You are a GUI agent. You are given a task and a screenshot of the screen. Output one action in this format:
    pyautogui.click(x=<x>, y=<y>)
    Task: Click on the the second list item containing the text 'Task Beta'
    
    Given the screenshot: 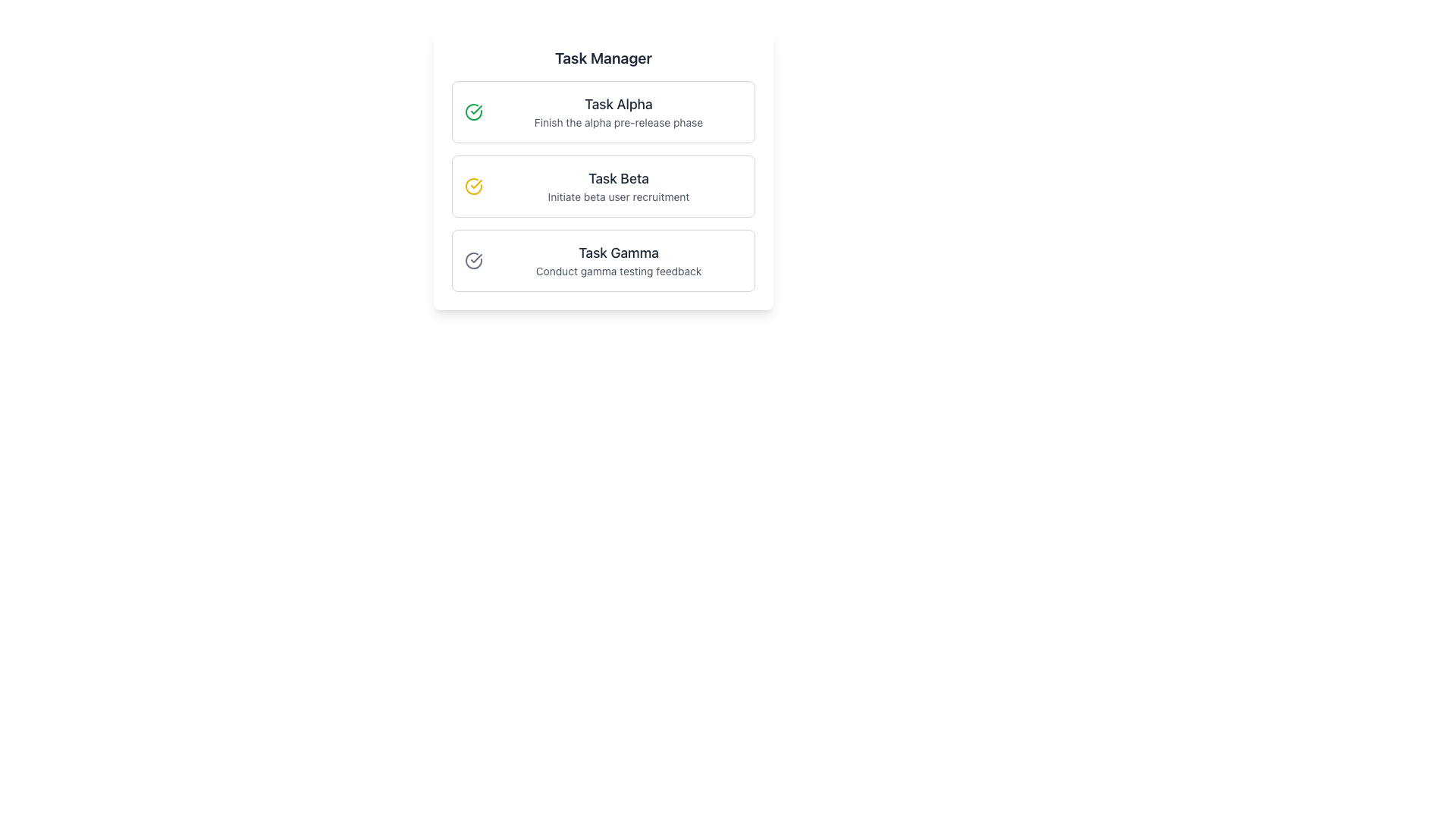 What is the action you would take?
    pyautogui.click(x=619, y=186)
    